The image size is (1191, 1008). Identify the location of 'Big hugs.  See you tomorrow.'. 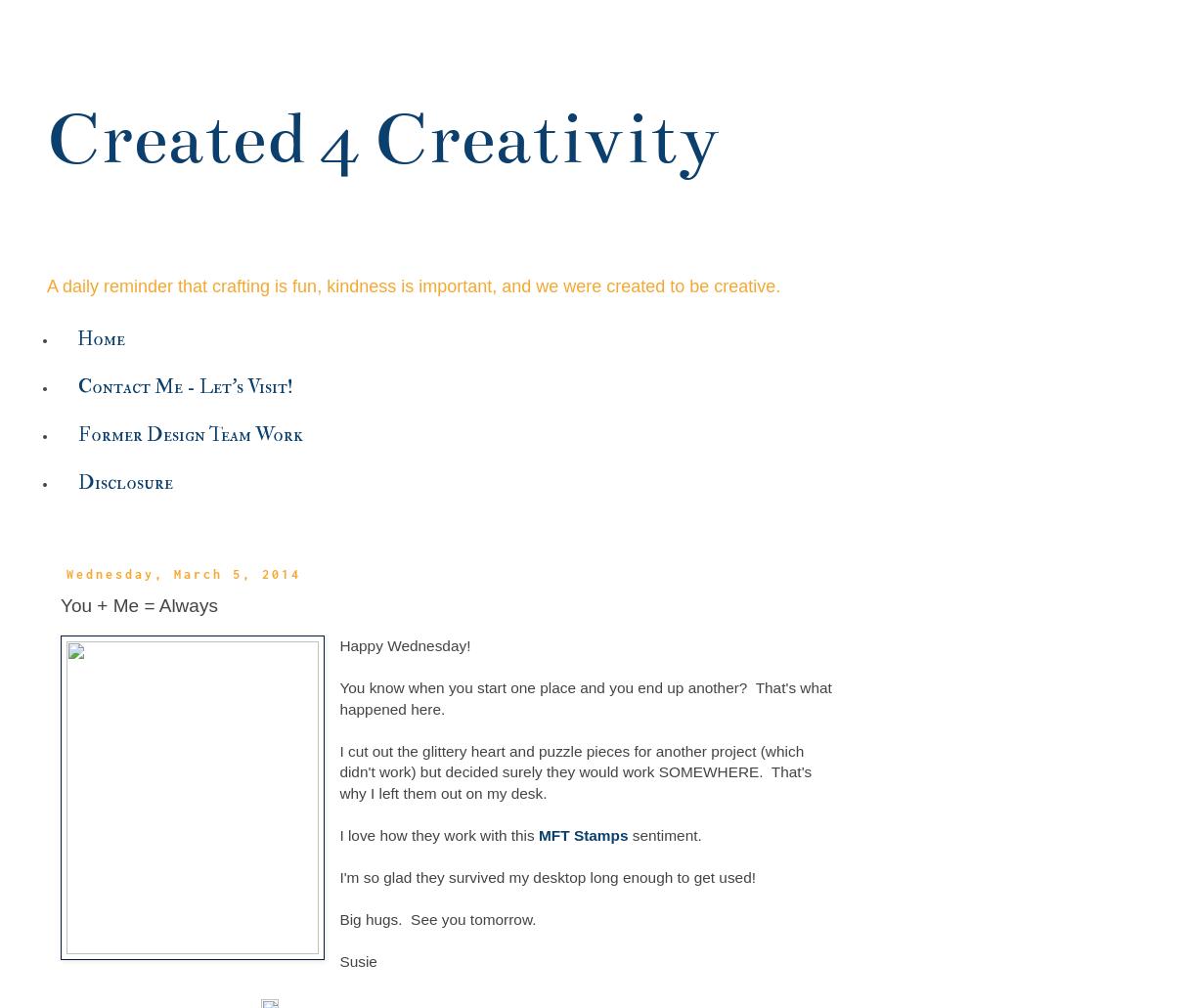
(437, 918).